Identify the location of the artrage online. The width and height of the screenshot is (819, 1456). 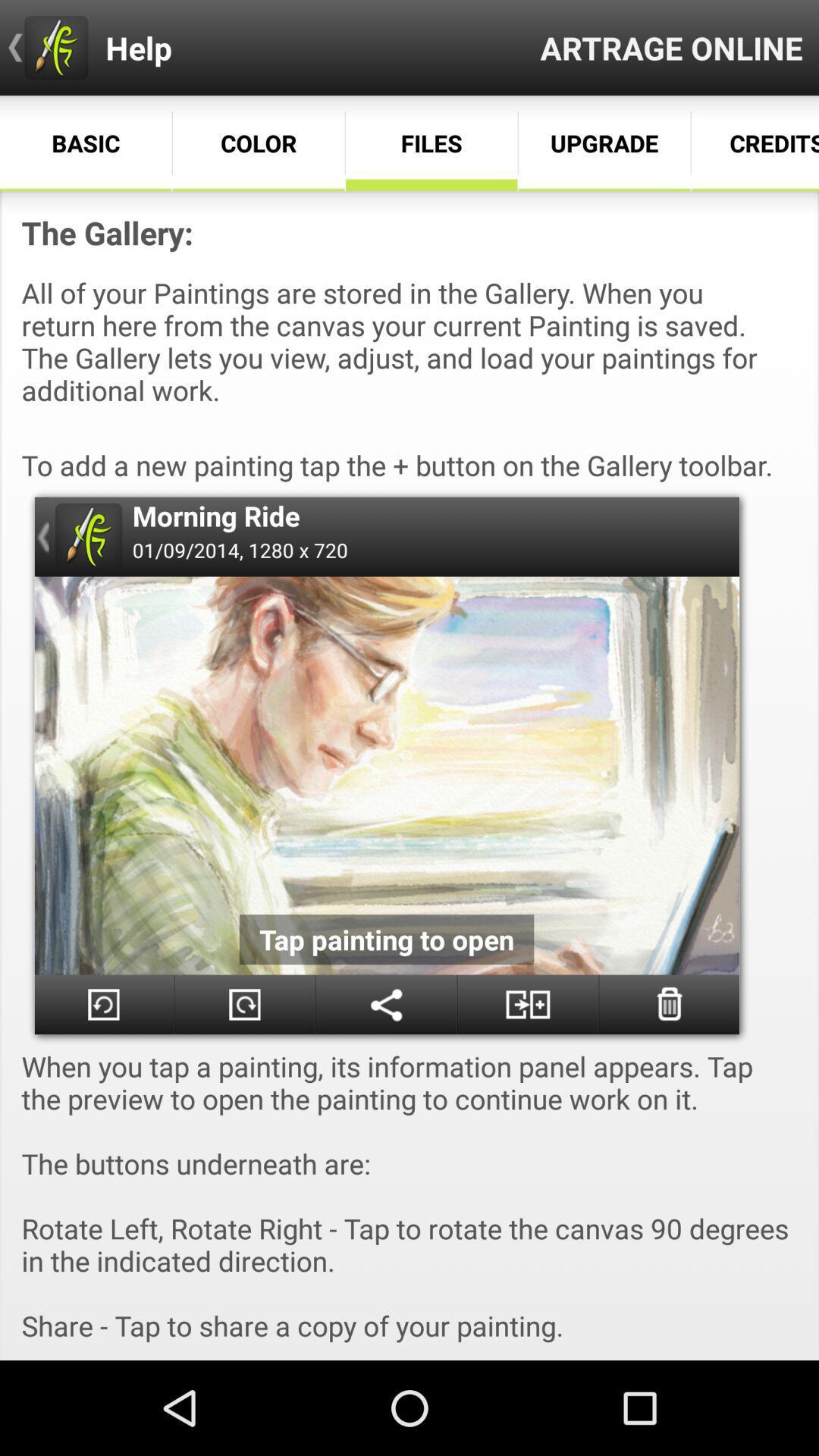
(670, 47).